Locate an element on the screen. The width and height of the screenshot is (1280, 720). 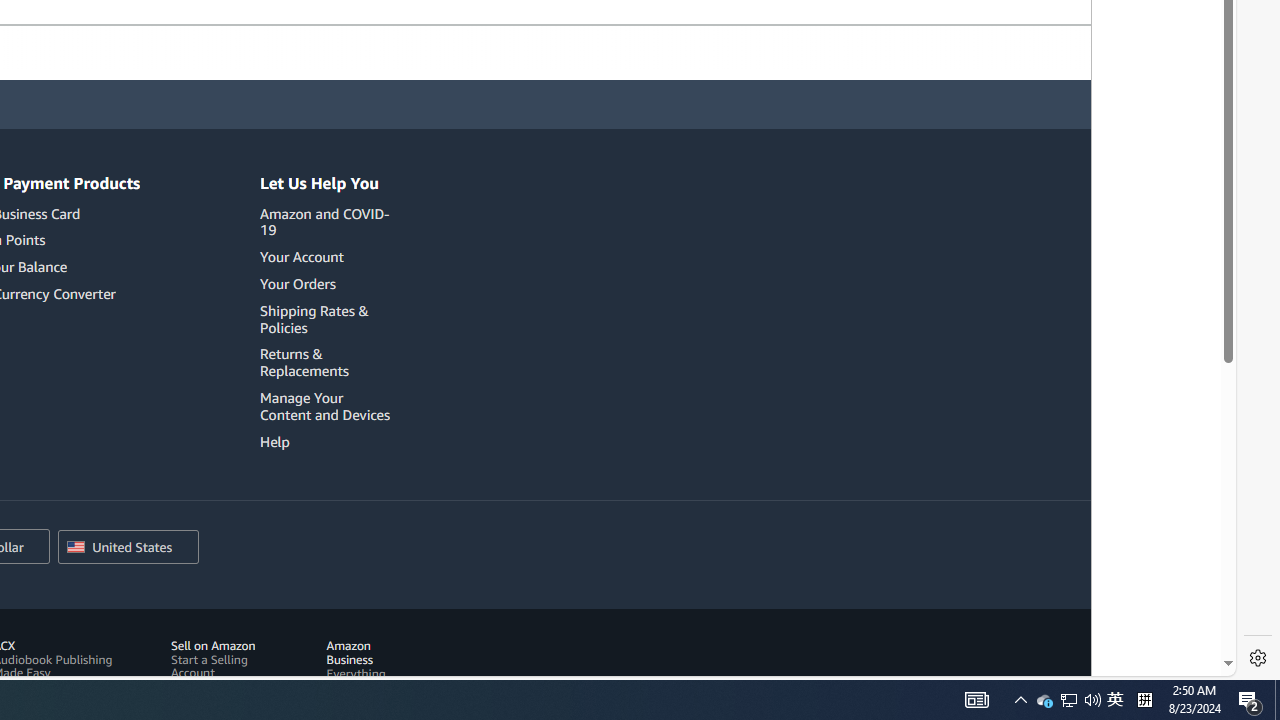
'Help' is located at coordinates (274, 440).